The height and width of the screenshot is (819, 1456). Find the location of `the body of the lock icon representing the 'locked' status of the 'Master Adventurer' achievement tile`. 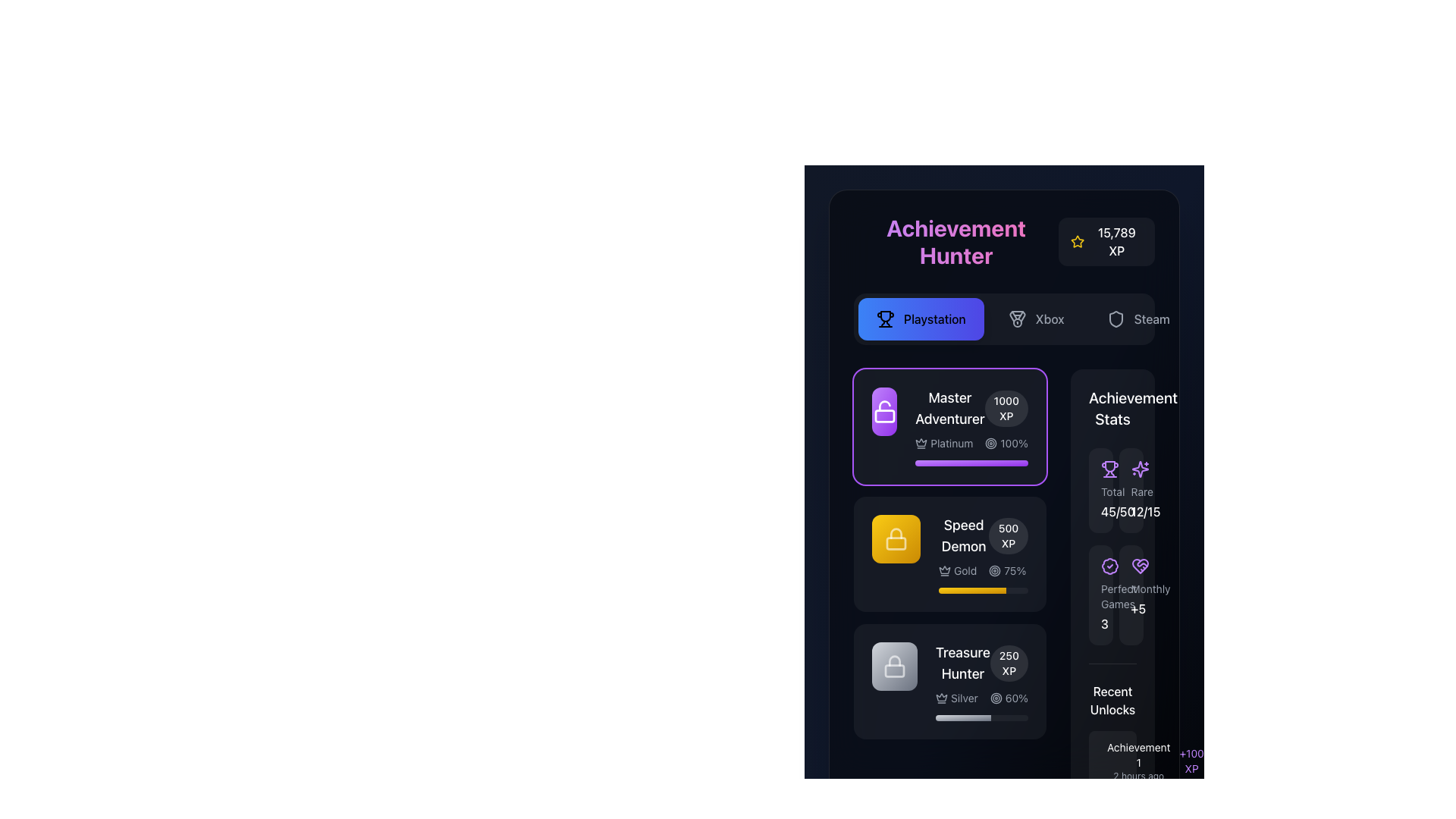

the body of the lock icon representing the 'locked' status of the 'Master Adventurer' achievement tile is located at coordinates (896, 543).